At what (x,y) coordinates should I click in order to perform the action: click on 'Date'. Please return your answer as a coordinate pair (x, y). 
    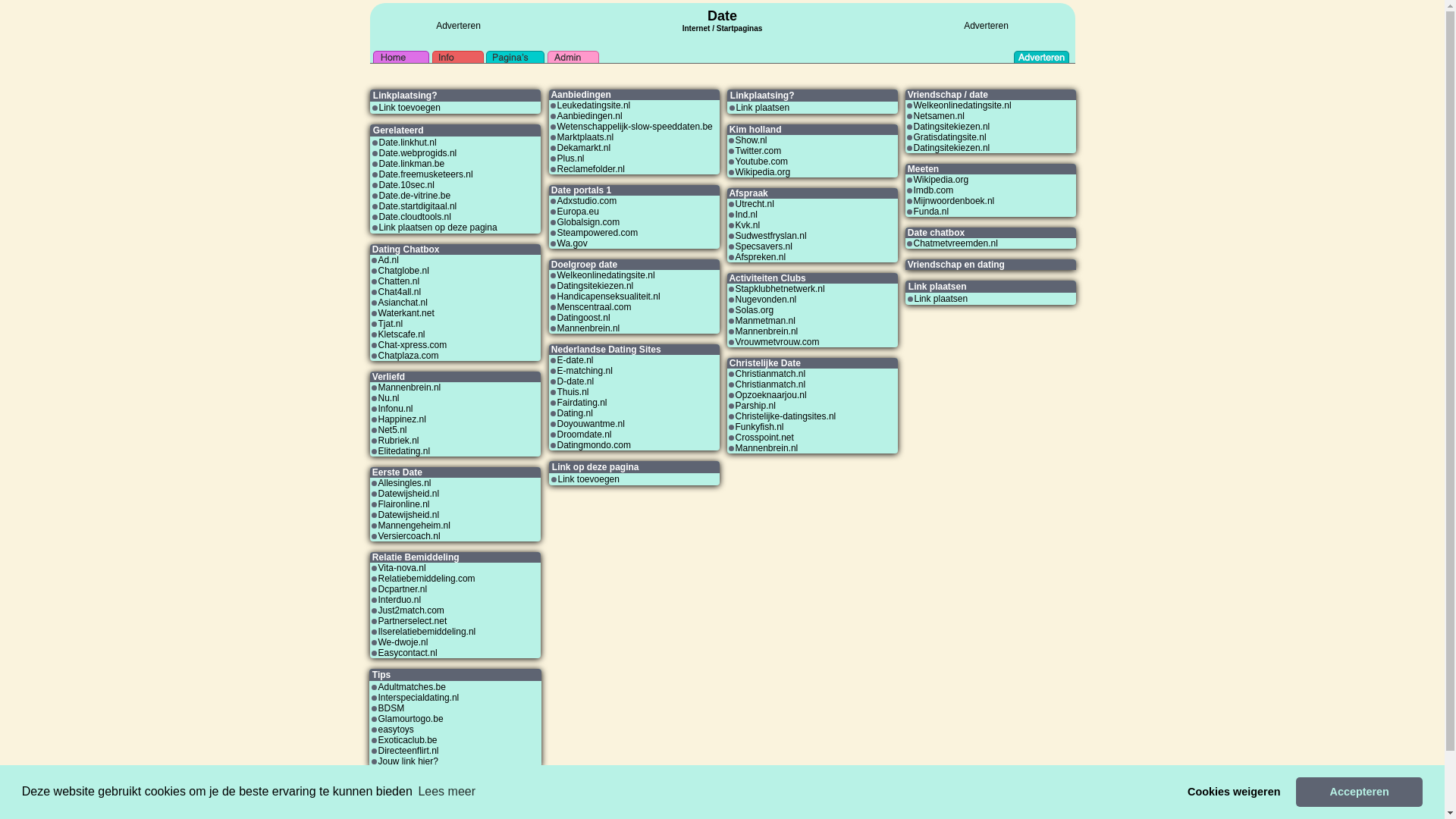
    Looking at the image, I should click on (721, 15).